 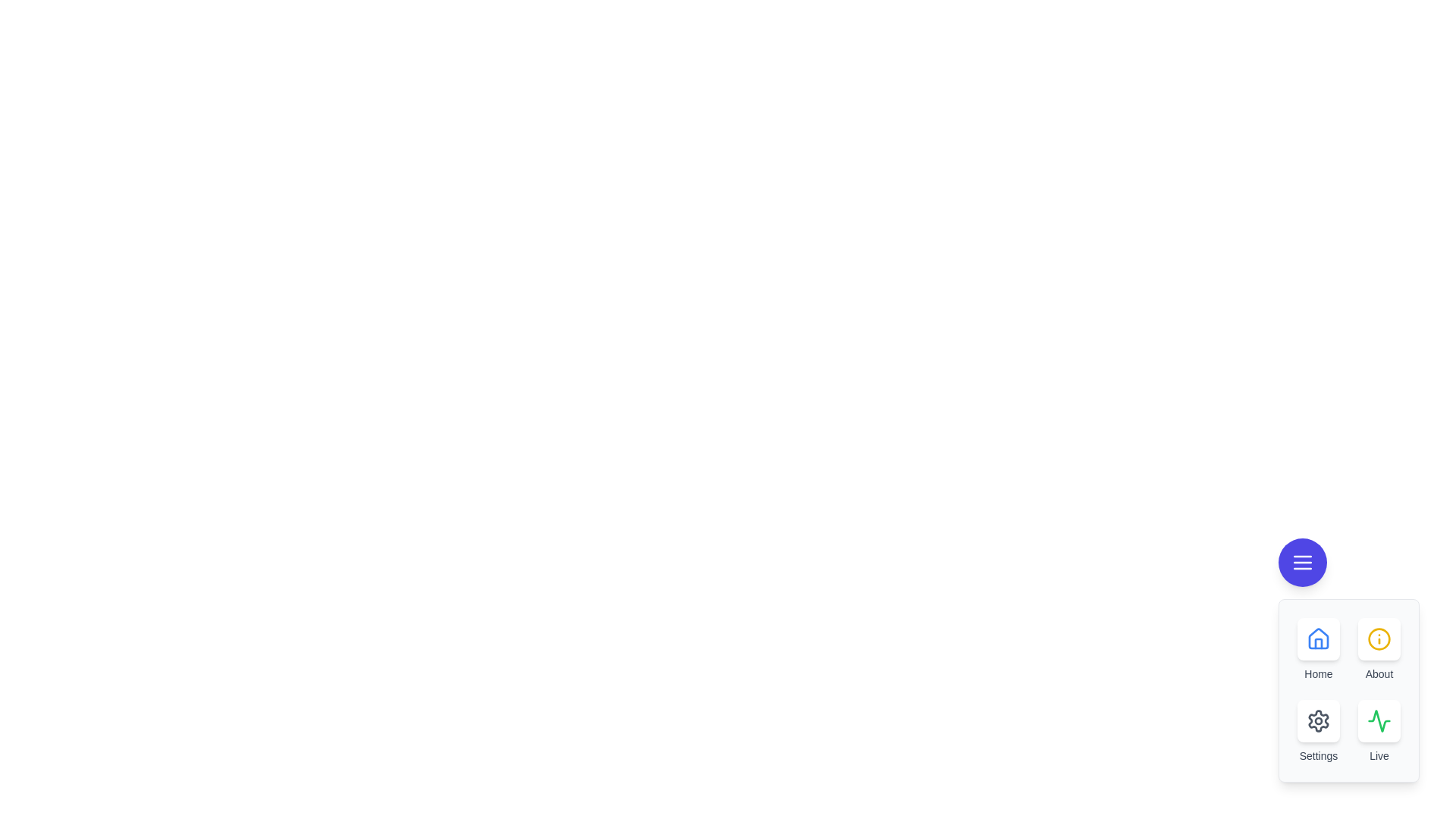 What do you see at coordinates (1379, 720) in the screenshot?
I see `the Live button in the EnhancedSpeedDial component` at bounding box center [1379, 720].